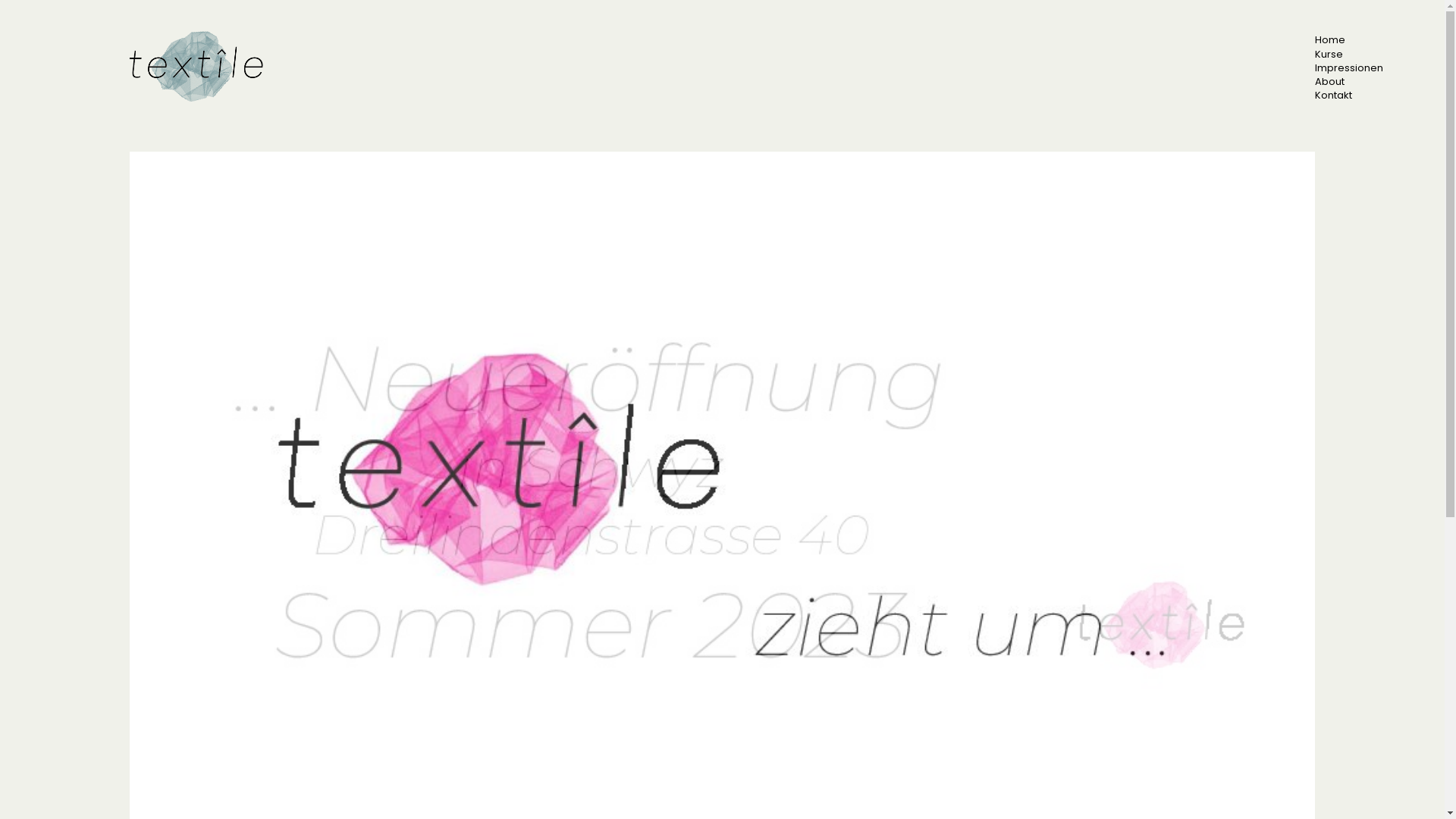 The image size is (1456, 819). What do you see at coordinates (1349, 67) in the screenshot?
I see `'Impressionen'` at bounding box center [1349, 67].